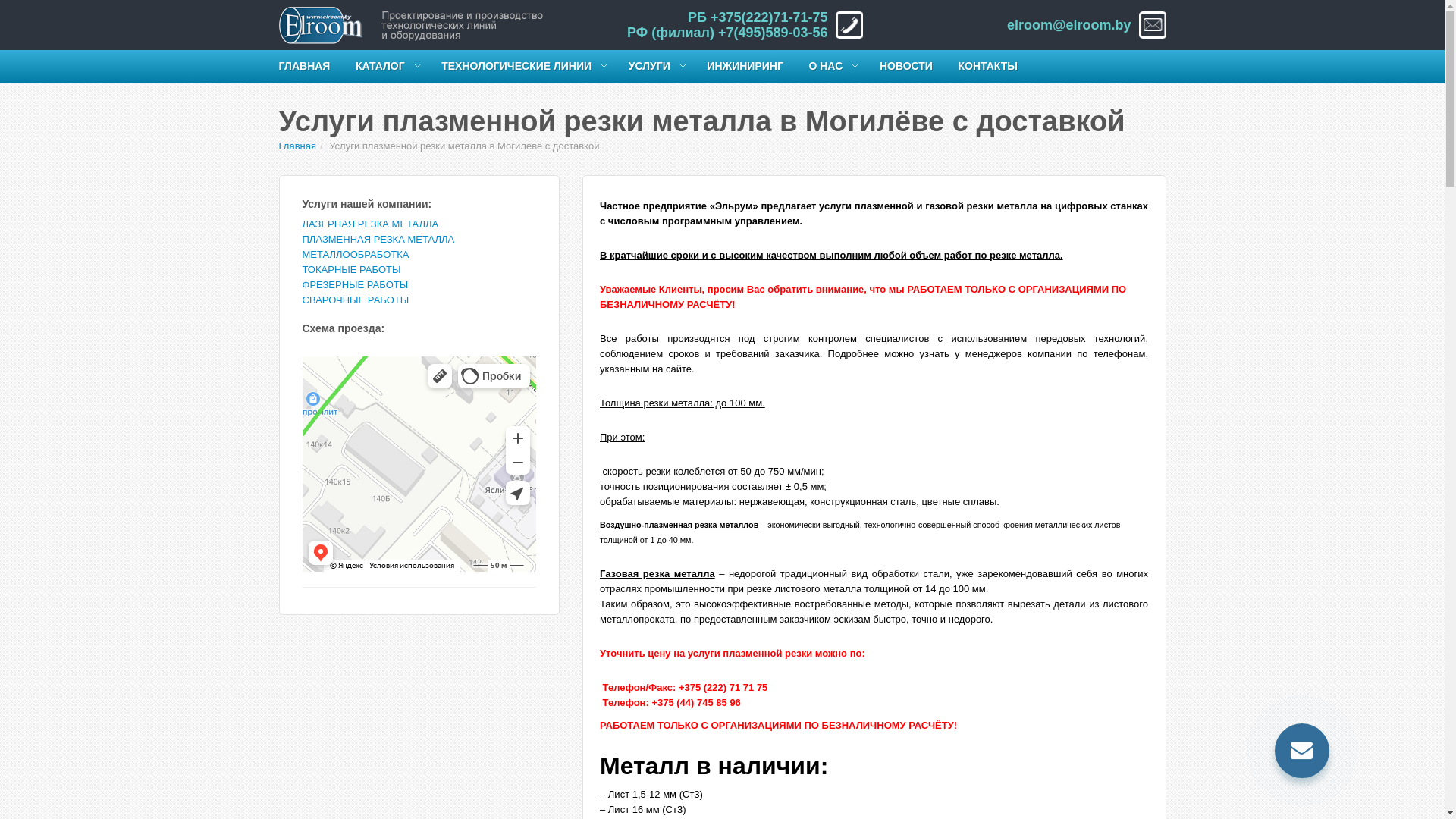 The height and width of the screenshot is (819, 1456). Describe the element at coordinates (1068, 25) in the screenshot. I see `'elroom@elroom.by'` at that location.